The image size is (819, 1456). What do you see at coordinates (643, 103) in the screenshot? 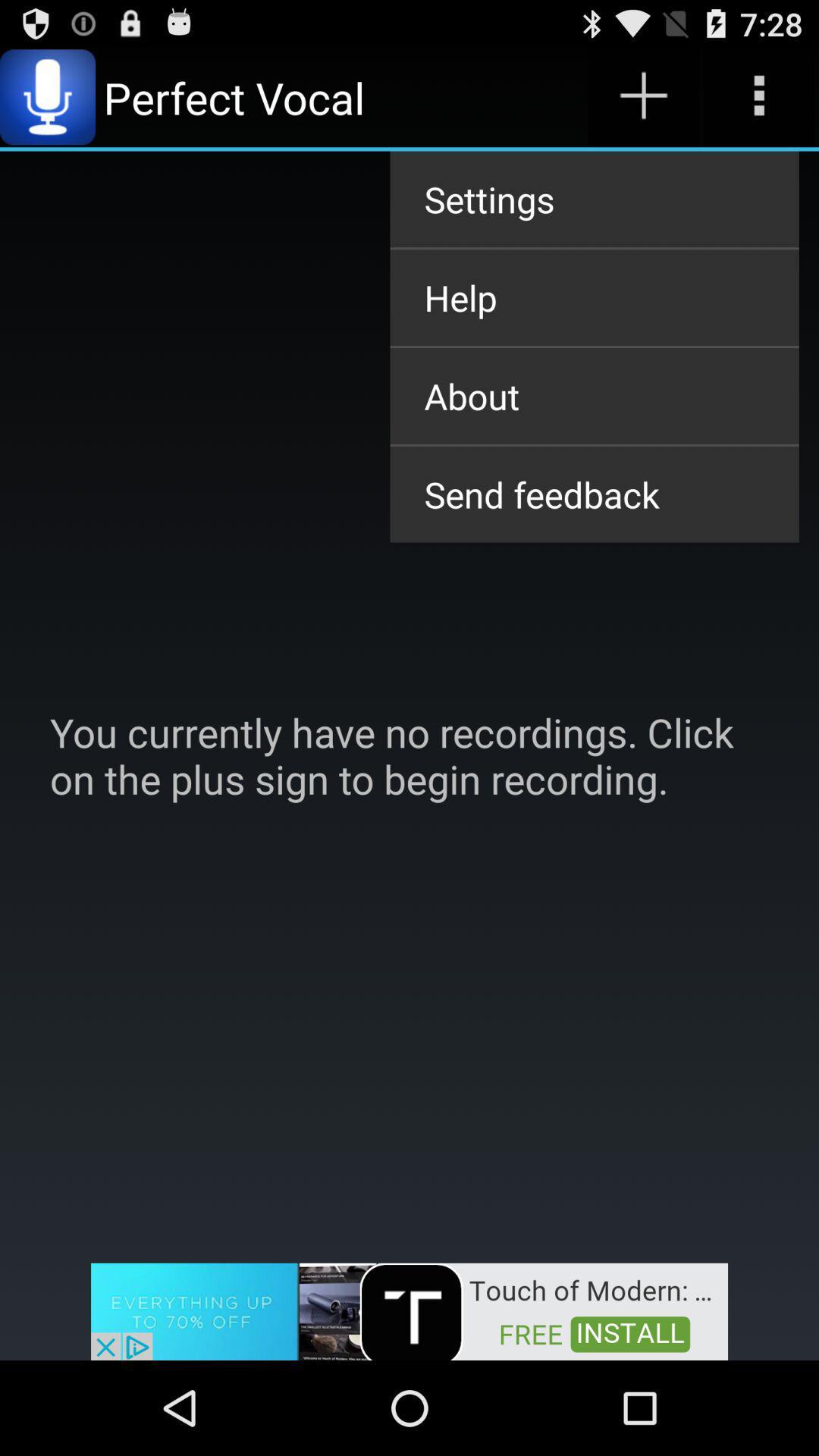
I see `the add icon` at bounding box center [643, 103].